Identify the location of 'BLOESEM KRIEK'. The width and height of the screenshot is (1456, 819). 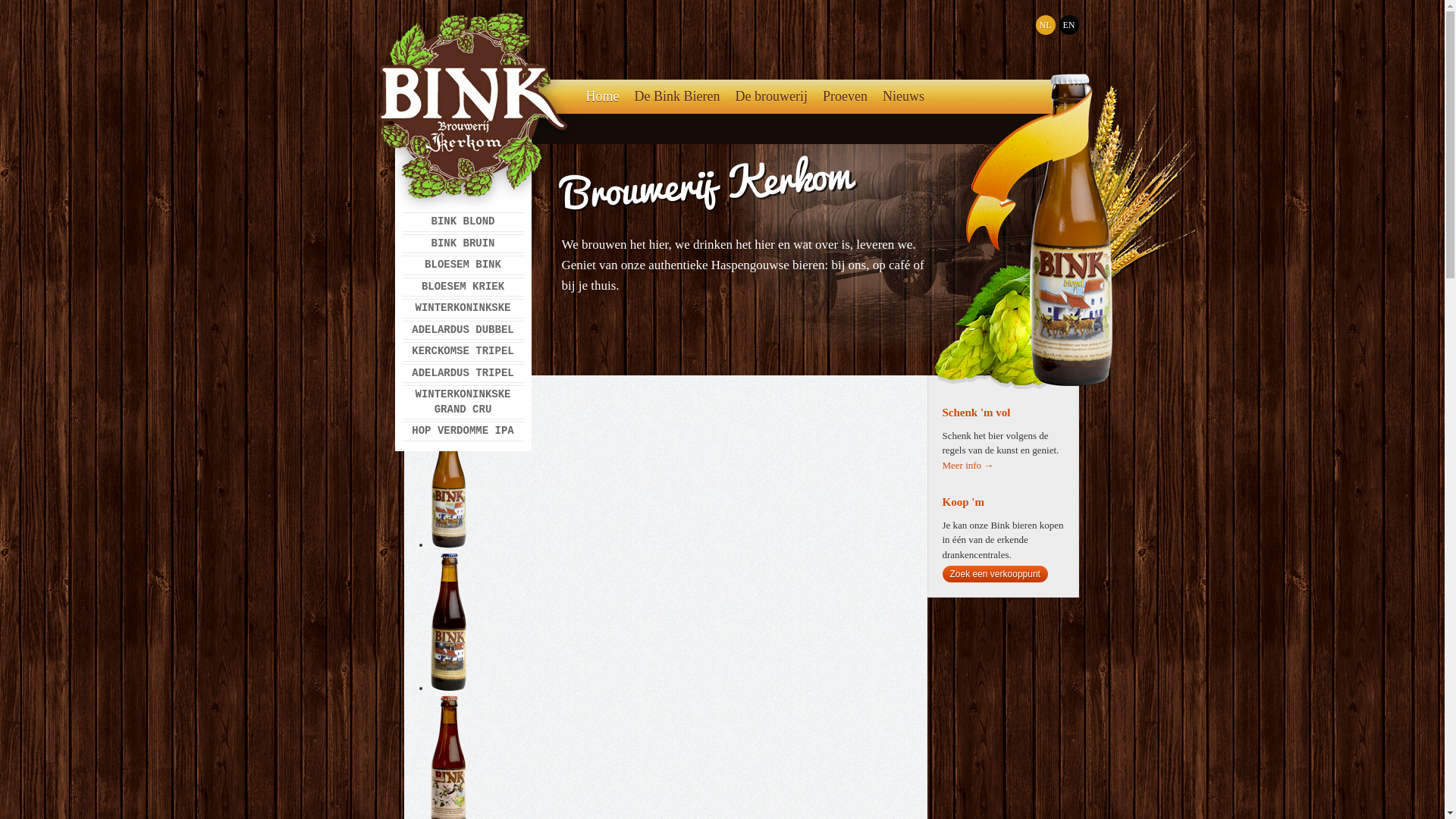
(461, 287).